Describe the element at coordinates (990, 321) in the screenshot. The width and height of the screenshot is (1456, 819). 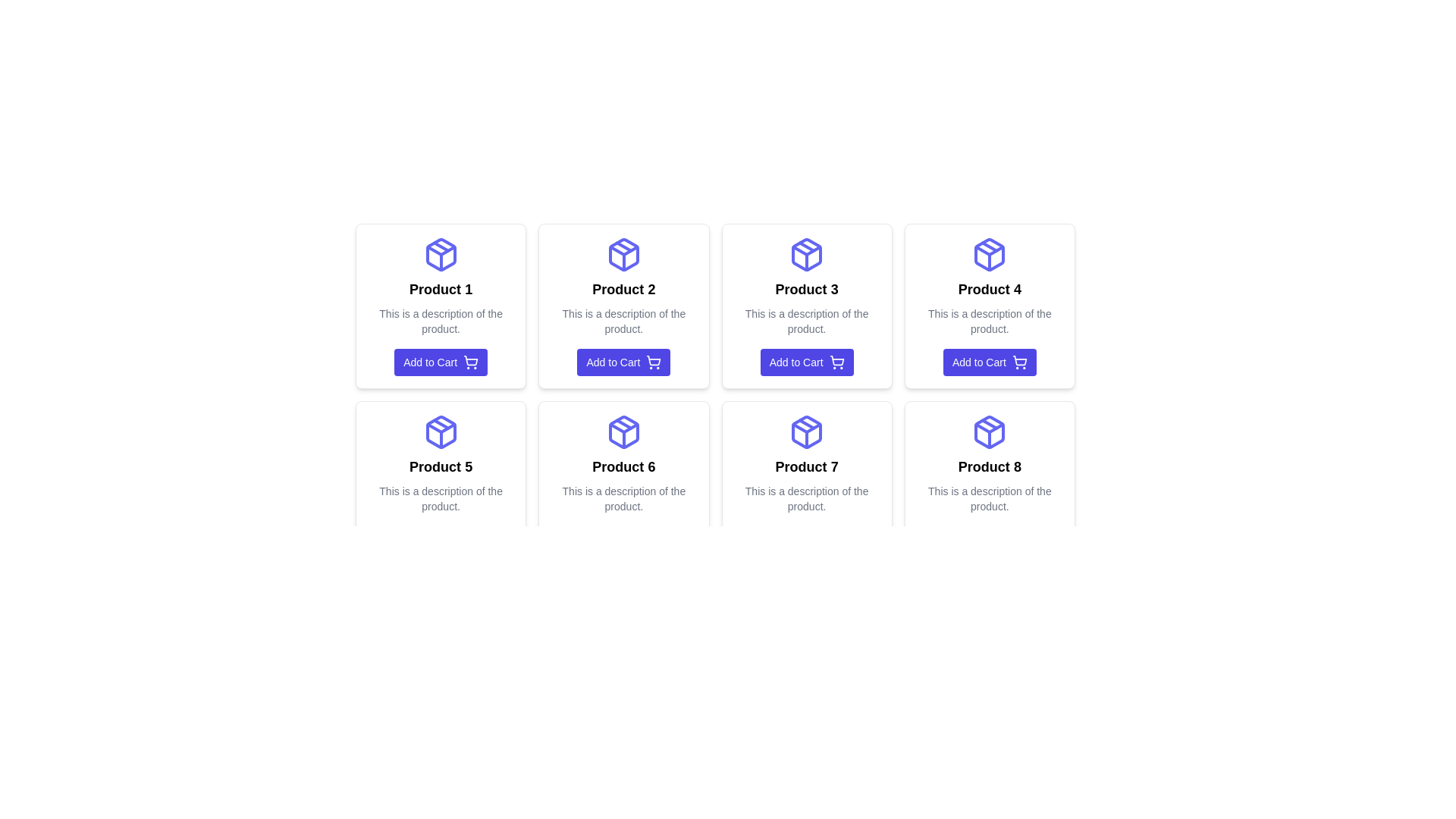
I see `the Text Label element that reads 'This is a description of the product.' located in the product card for 'Product 4', which is positioned below the title and above the 'Add to Cart' button` at that location.